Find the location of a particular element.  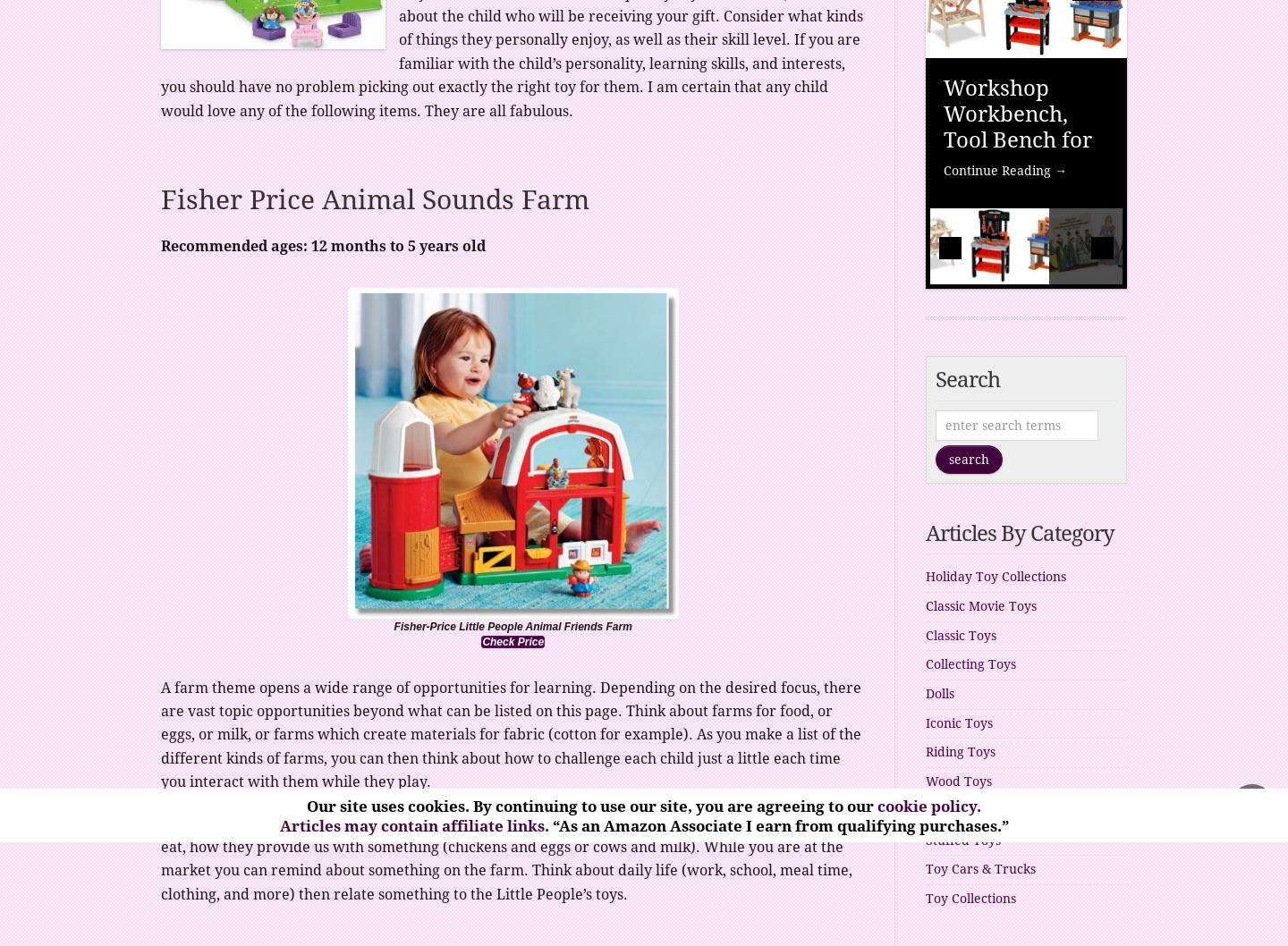

'cookie policy.' is located at coordinates (877, 807).